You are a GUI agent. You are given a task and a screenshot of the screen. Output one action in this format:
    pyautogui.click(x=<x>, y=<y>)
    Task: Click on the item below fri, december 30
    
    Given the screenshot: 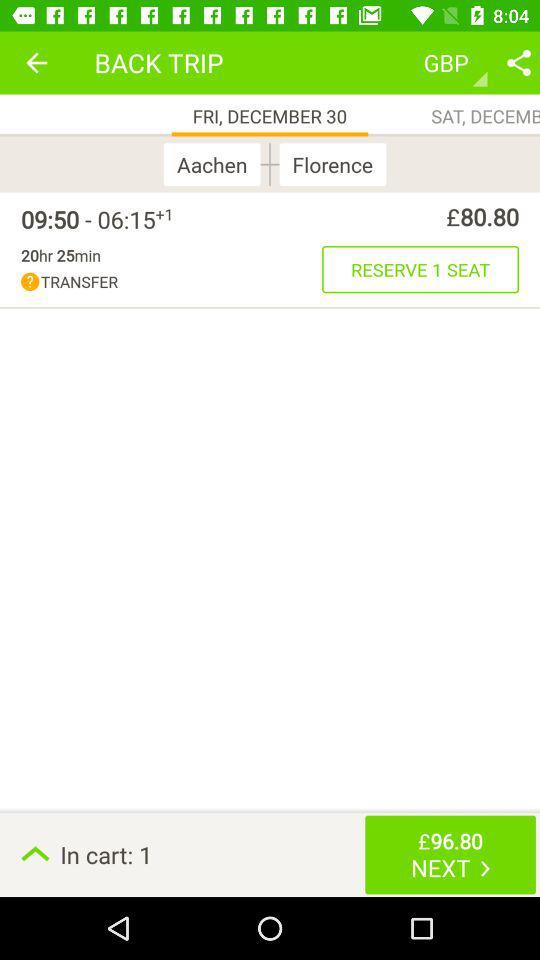 What is the action you would take?
    pyautogui.click(x=215, y=163)
    